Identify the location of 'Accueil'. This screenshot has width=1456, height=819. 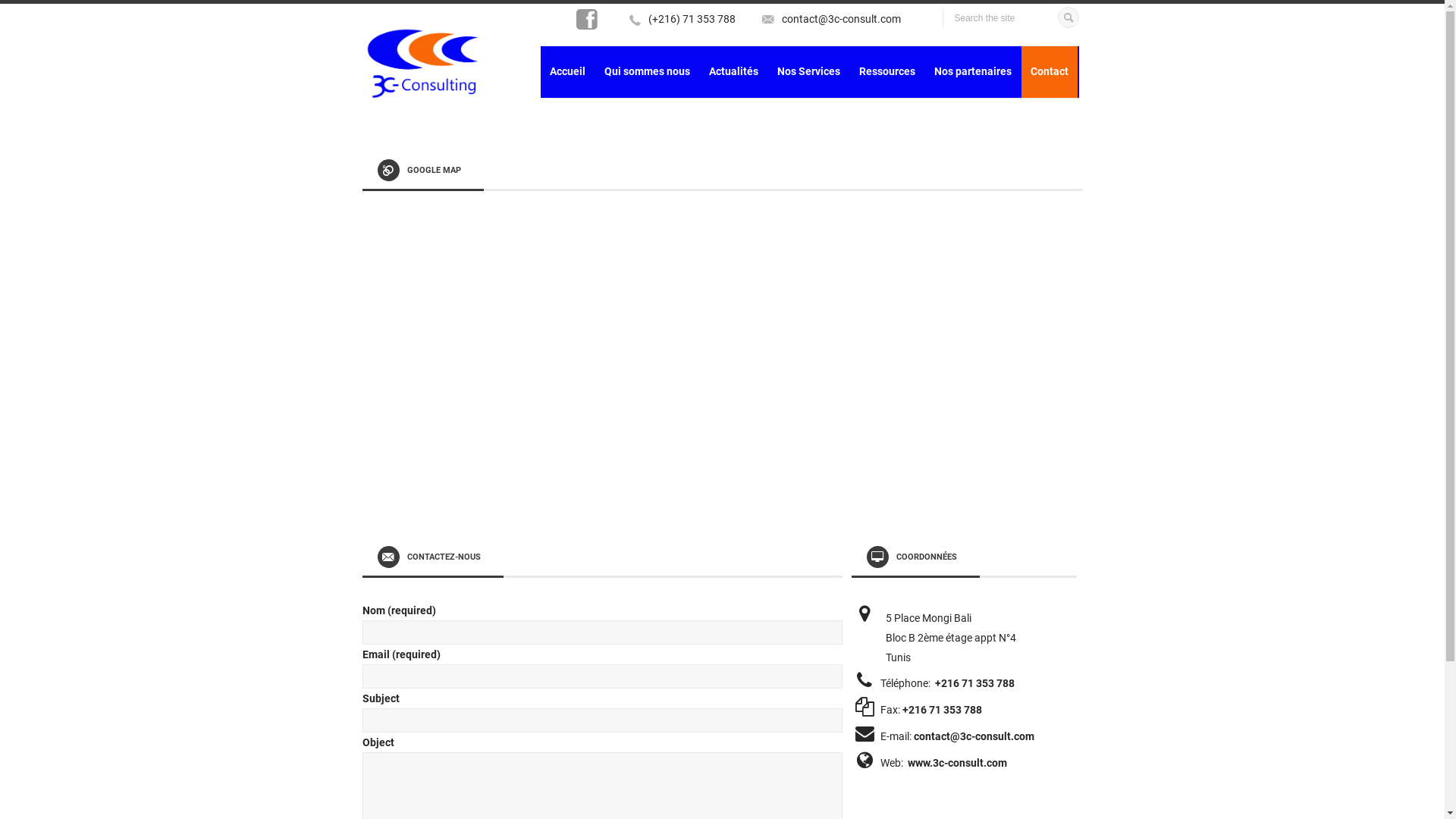
(566, 72).